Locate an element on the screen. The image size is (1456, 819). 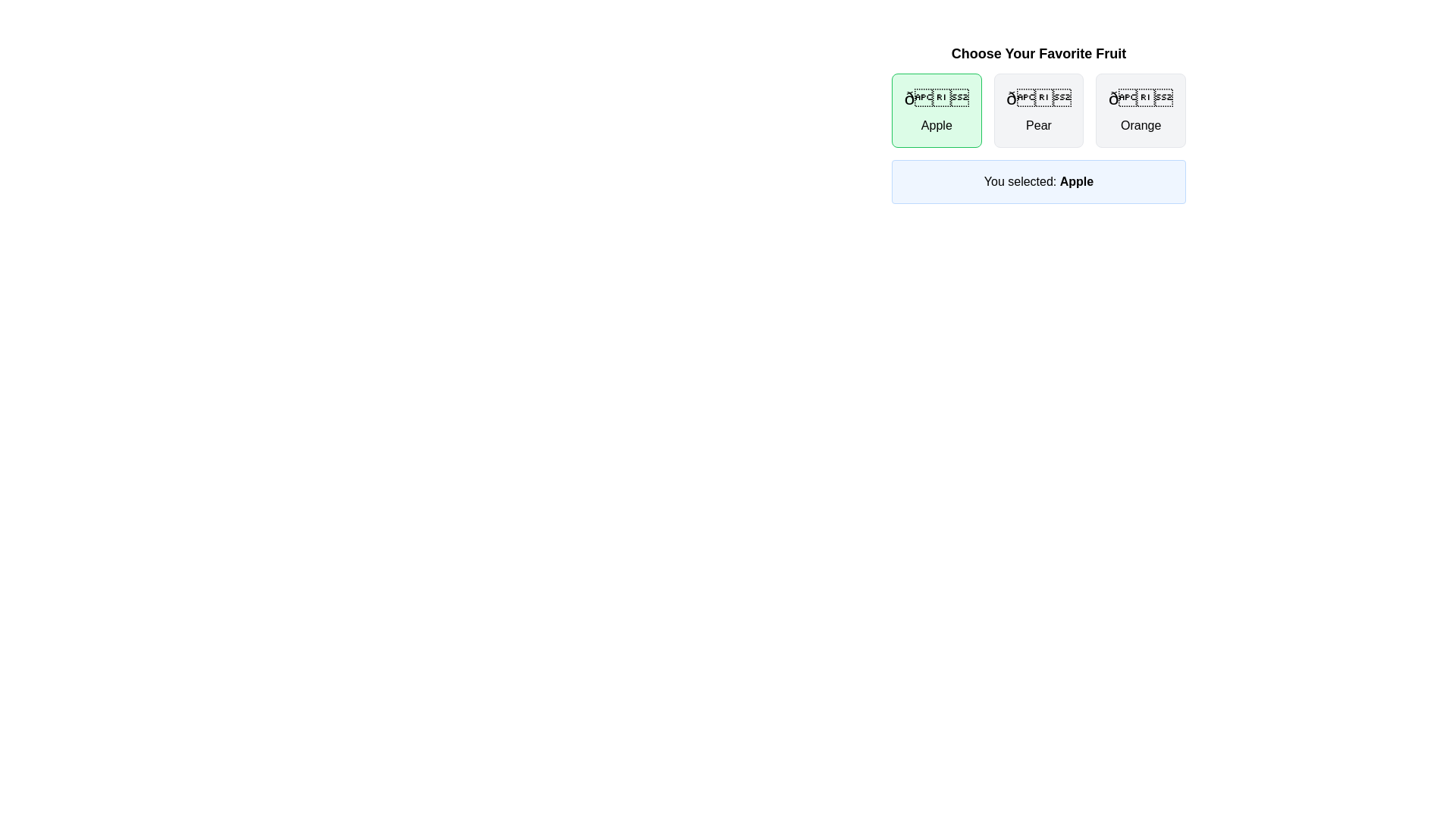
the Apple icon, which serves as a visual representation of the 'Apple' option in the selection interface, positioned above the text label 'Apple' is located at coordinates (936, 99).